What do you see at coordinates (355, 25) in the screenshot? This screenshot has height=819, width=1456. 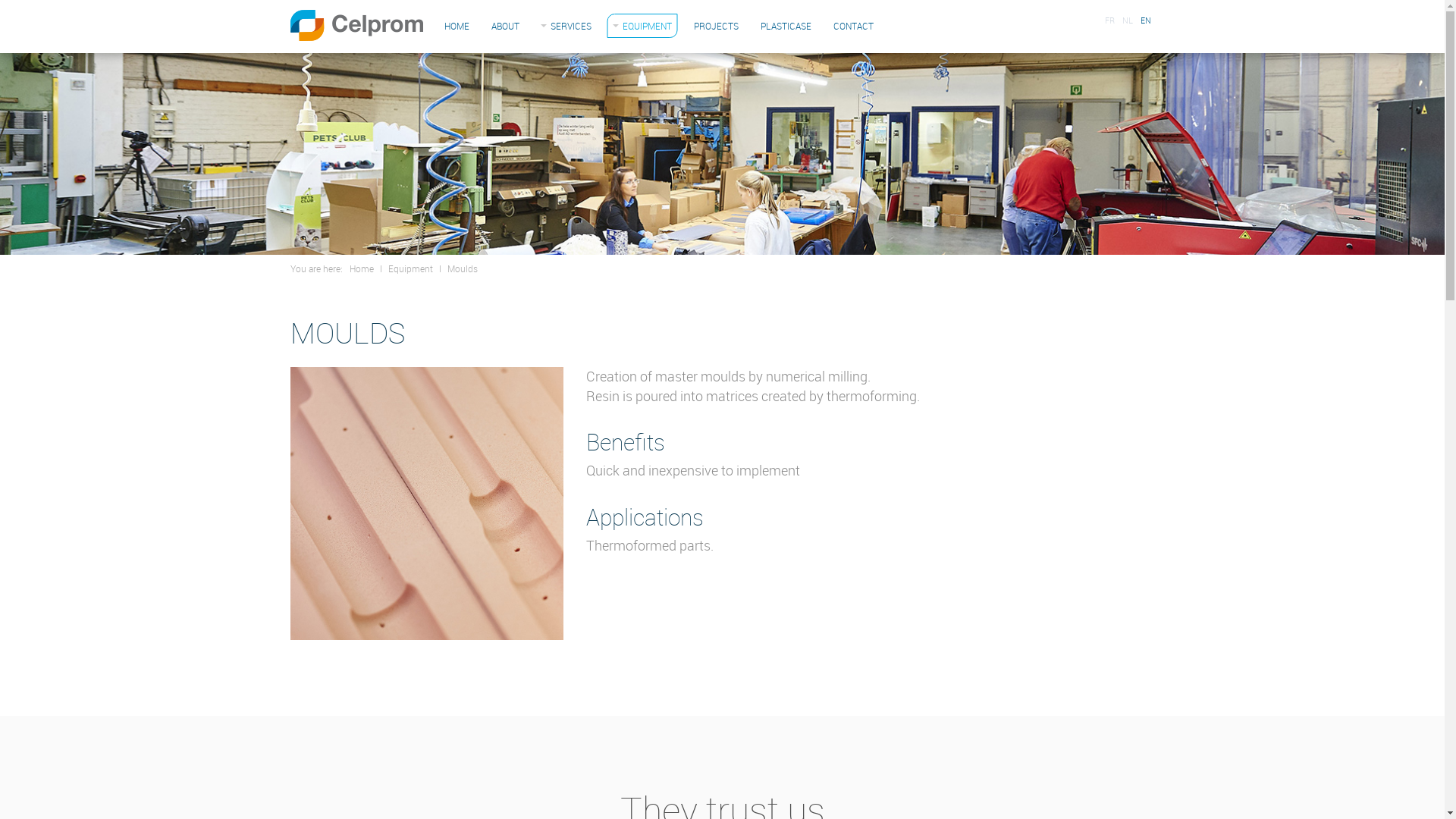 I see `'Celprom'` at bounding box center [355, 25].